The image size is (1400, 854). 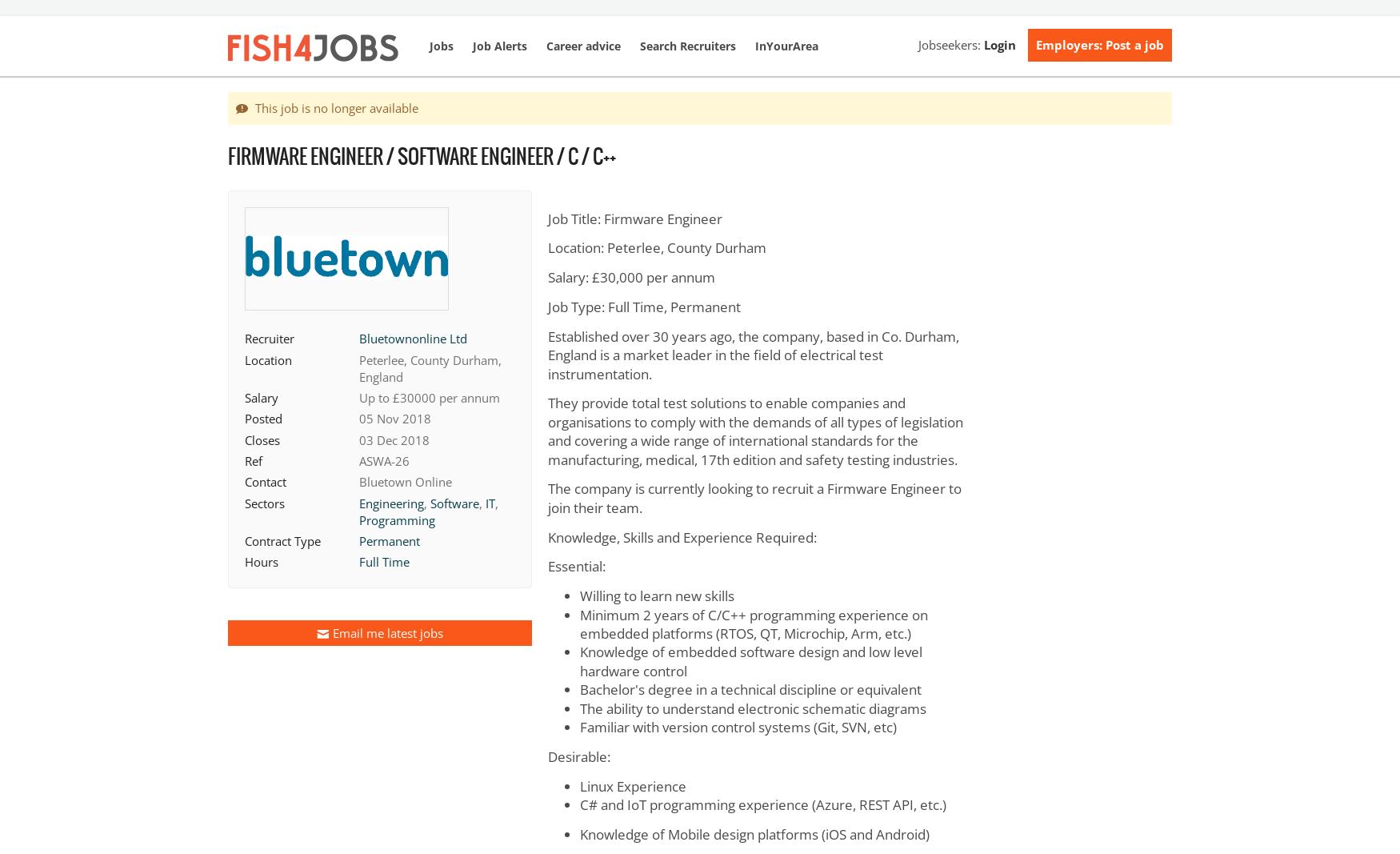 What do you see at coordinates (753, 623) in the screenshot?
I see `'Minimum 2 years of C/C++ programming experience on embedded platforms (RTOS, QT, Microchip, Arm, etc.)'` at bounding box center [753, 623].